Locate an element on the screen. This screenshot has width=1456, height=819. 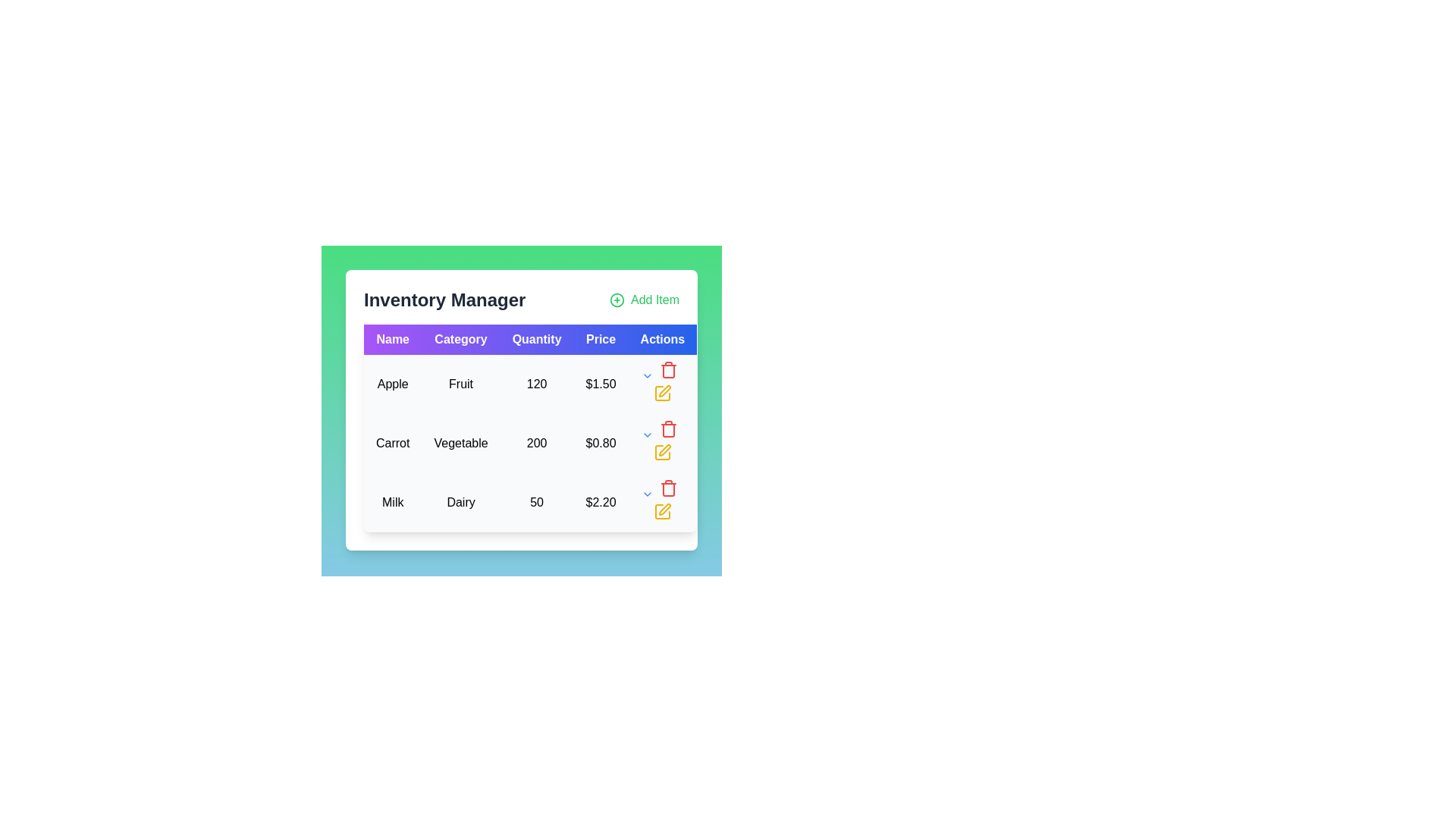
the third row in the 'Inventory Manager' table that displays 'Milk', 'Dairy', '50', and '$2.20' is located at coordinates (530, 503).